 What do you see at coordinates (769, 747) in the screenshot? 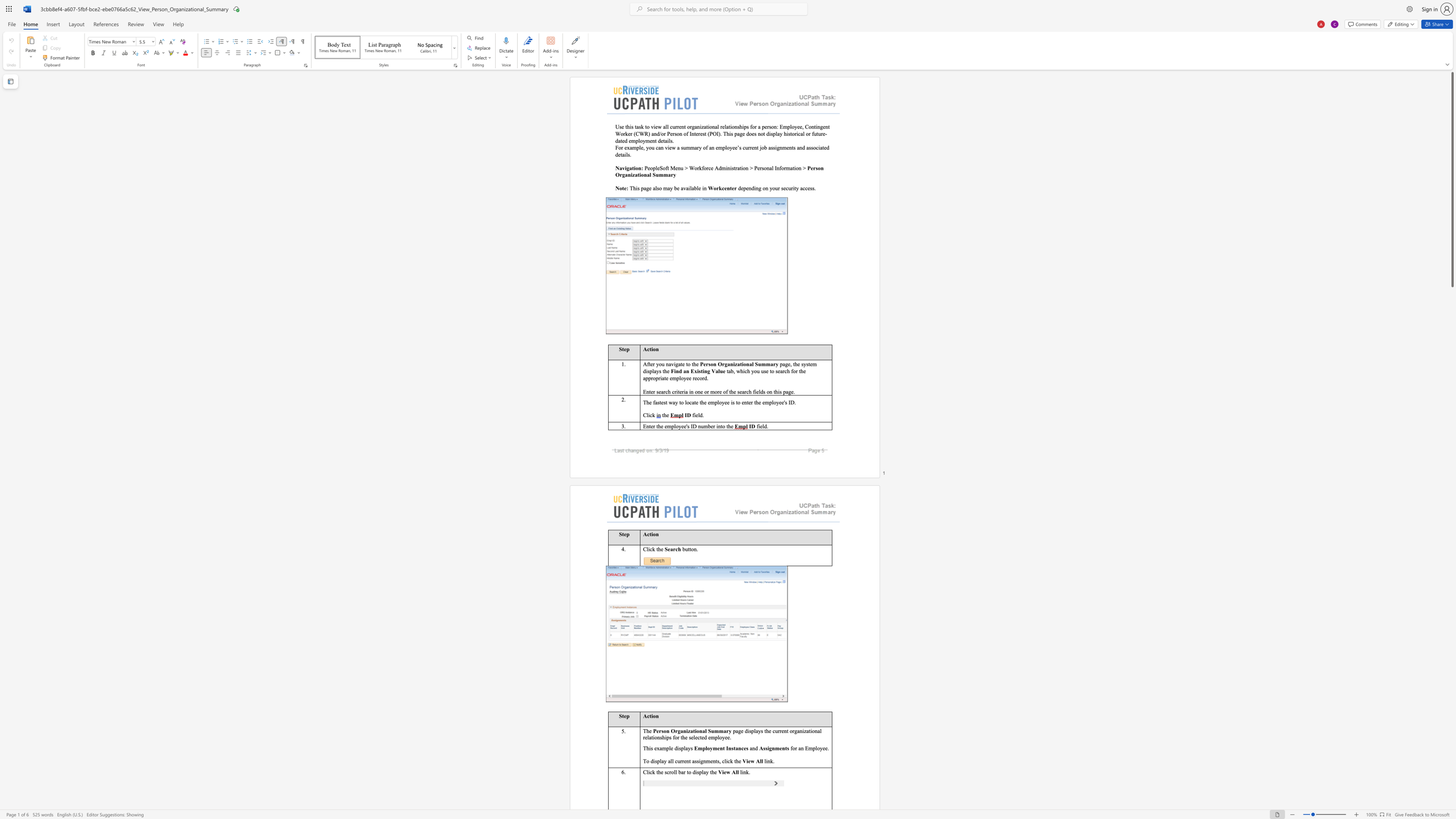
I see `the subset text "gn" within the text "Assignments"` at bounding box center [769, 747].